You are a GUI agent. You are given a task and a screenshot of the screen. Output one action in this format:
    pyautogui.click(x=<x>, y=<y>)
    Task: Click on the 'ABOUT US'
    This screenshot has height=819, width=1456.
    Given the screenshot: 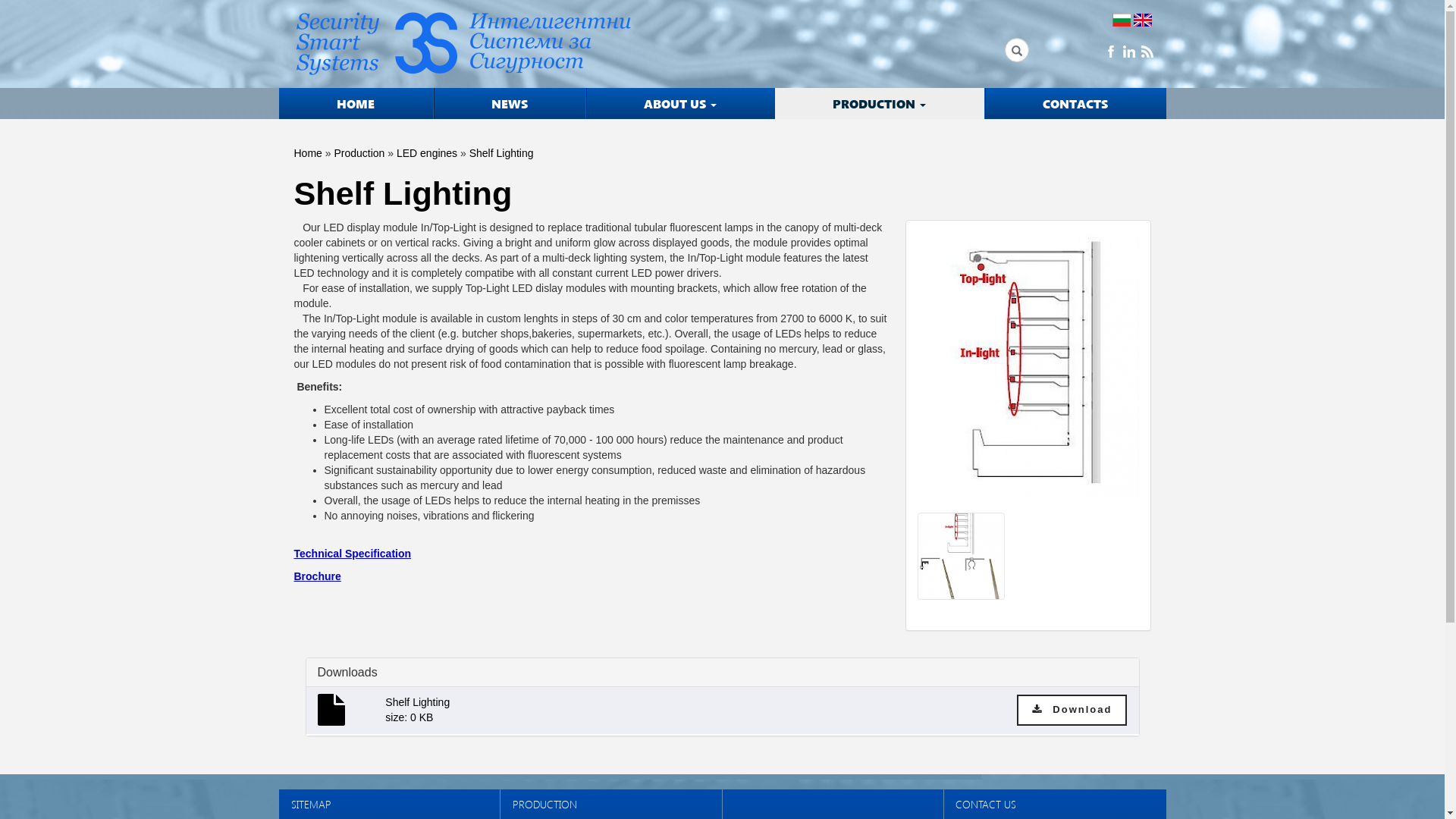 What is the action you would take?
    pyautogui.click(x=679, y=102)
    